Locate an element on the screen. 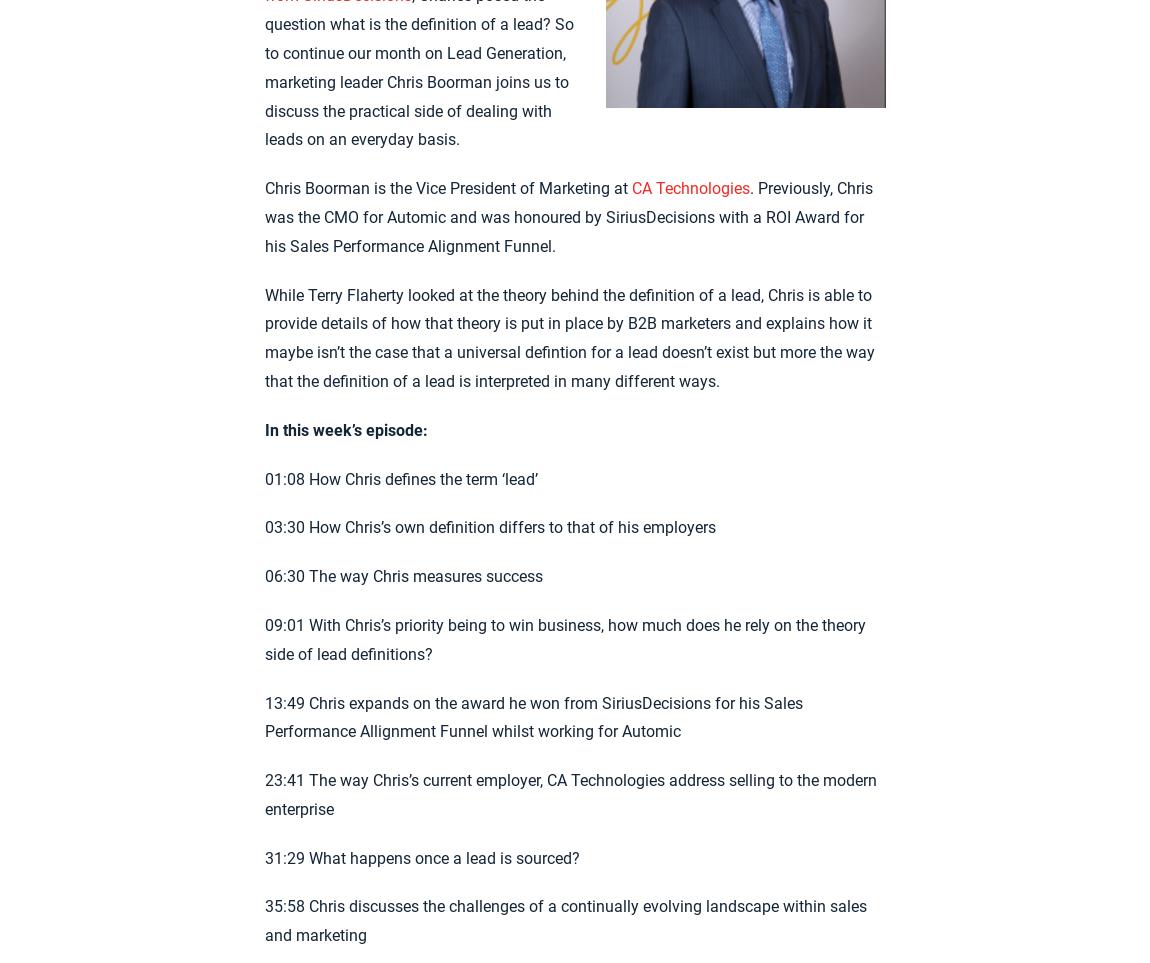  'Chris Boorman is the Vice President of Marketing at' is located at coordinates (447, 187).